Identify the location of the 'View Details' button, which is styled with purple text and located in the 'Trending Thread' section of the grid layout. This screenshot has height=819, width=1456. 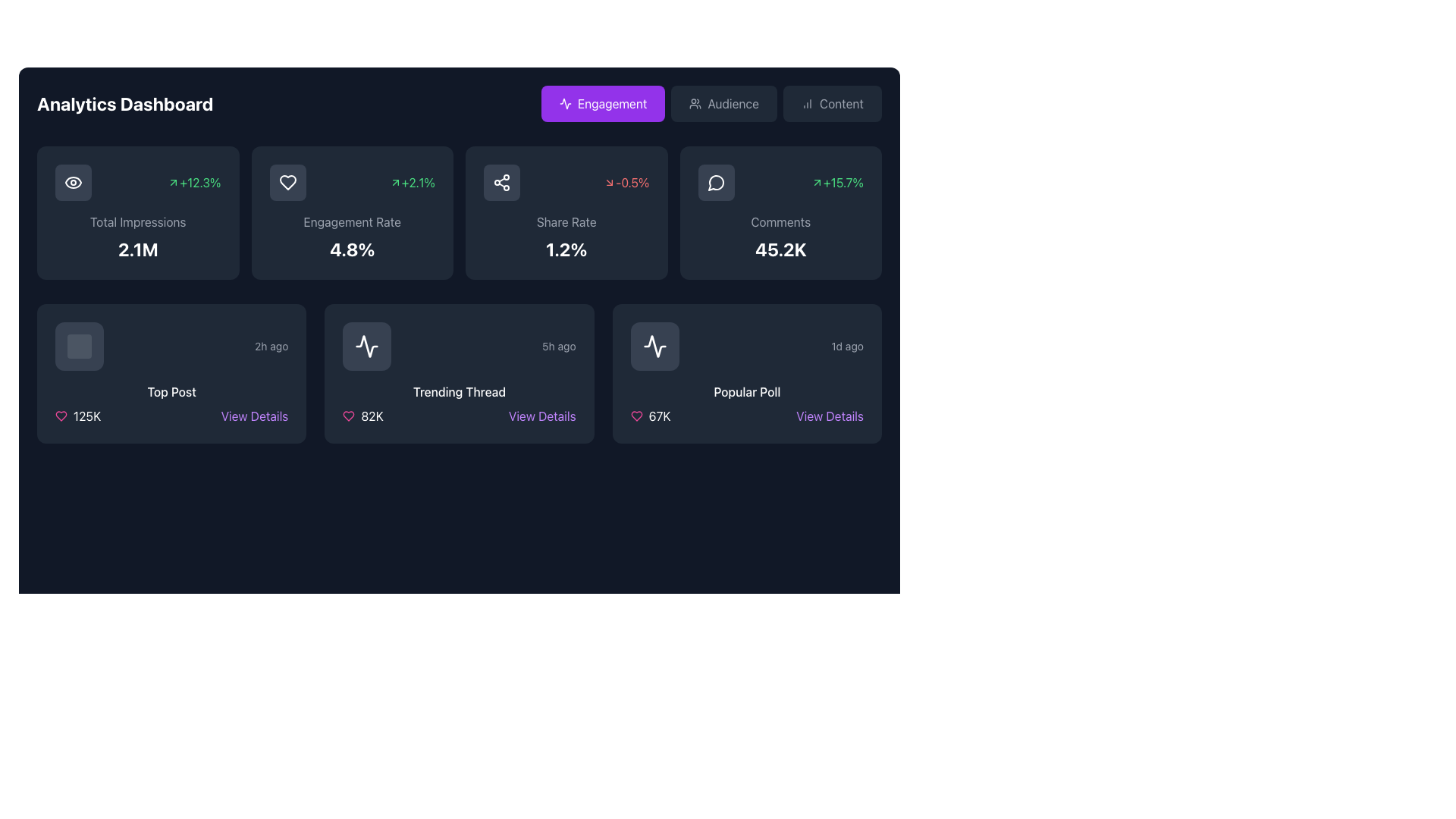
(542, 416).